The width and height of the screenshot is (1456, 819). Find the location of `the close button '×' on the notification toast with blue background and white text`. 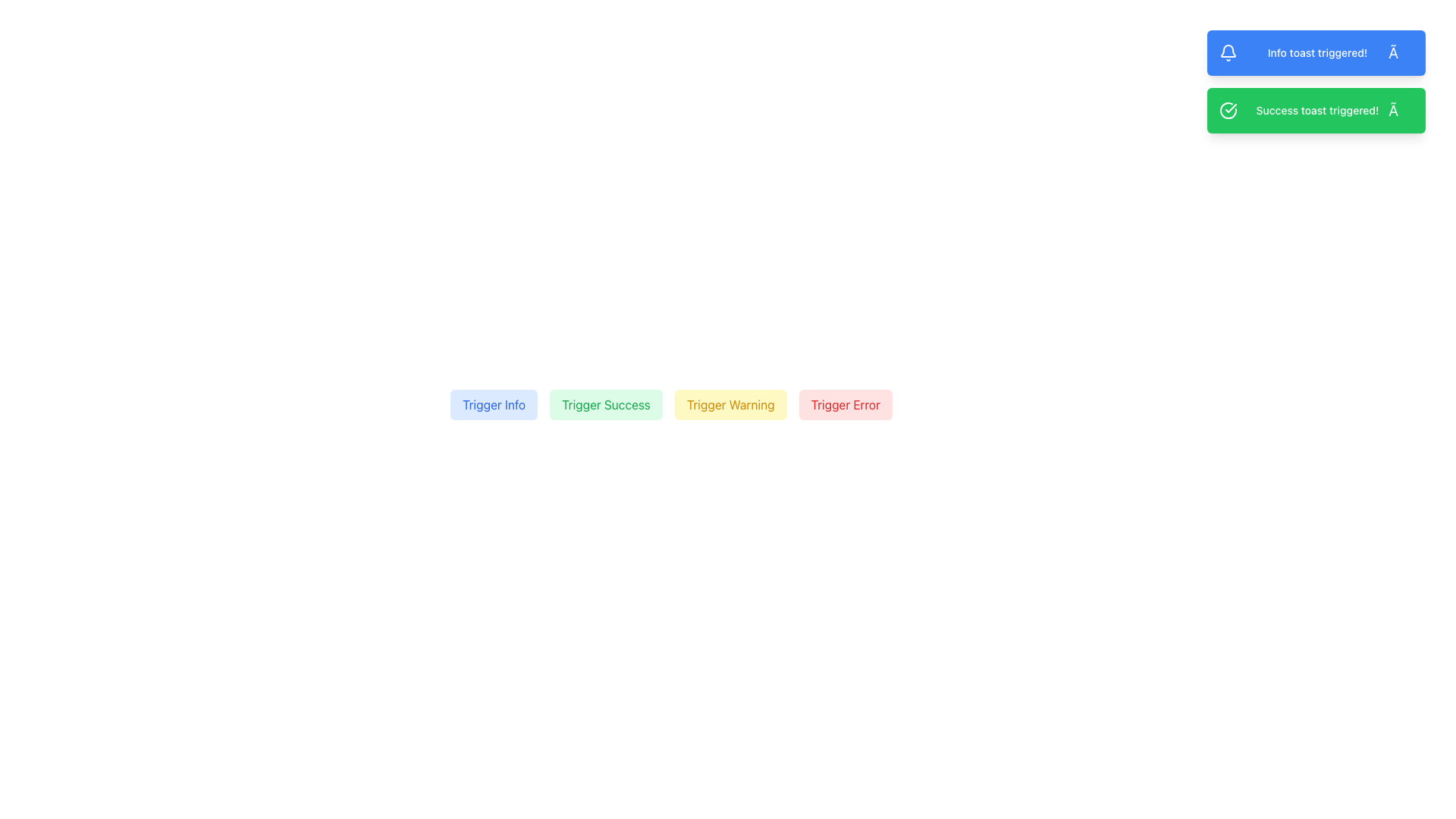

the close button '×' on the notification toast with blue background and white text is located at coordinates (1316, 52).